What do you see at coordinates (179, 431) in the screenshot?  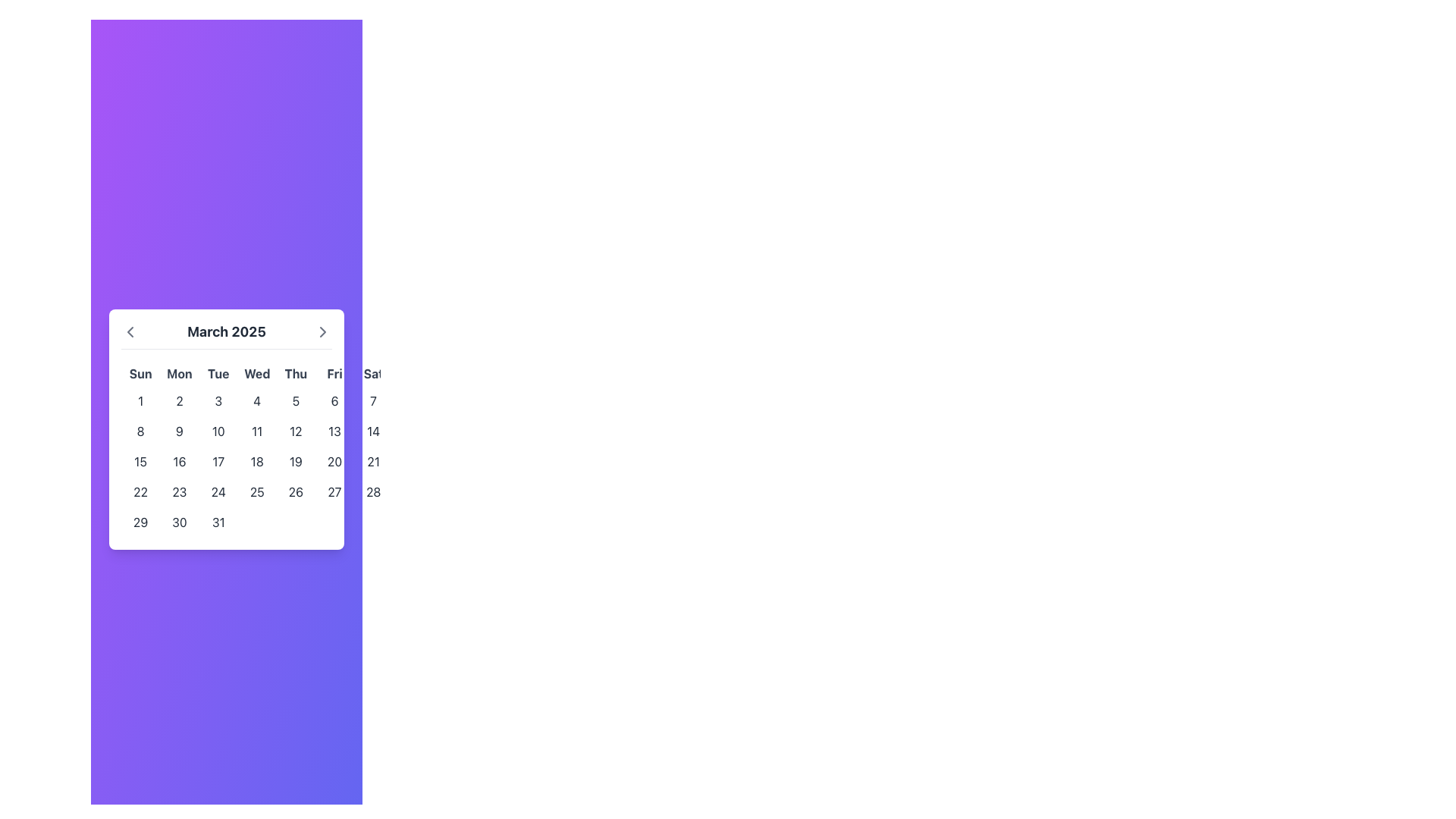 I see `the selectable date button representing the 9th day in the calendar interface for March 2025, which is the second item in the sequence of numbers from 8 to 14` at bounding box center [179, 431].